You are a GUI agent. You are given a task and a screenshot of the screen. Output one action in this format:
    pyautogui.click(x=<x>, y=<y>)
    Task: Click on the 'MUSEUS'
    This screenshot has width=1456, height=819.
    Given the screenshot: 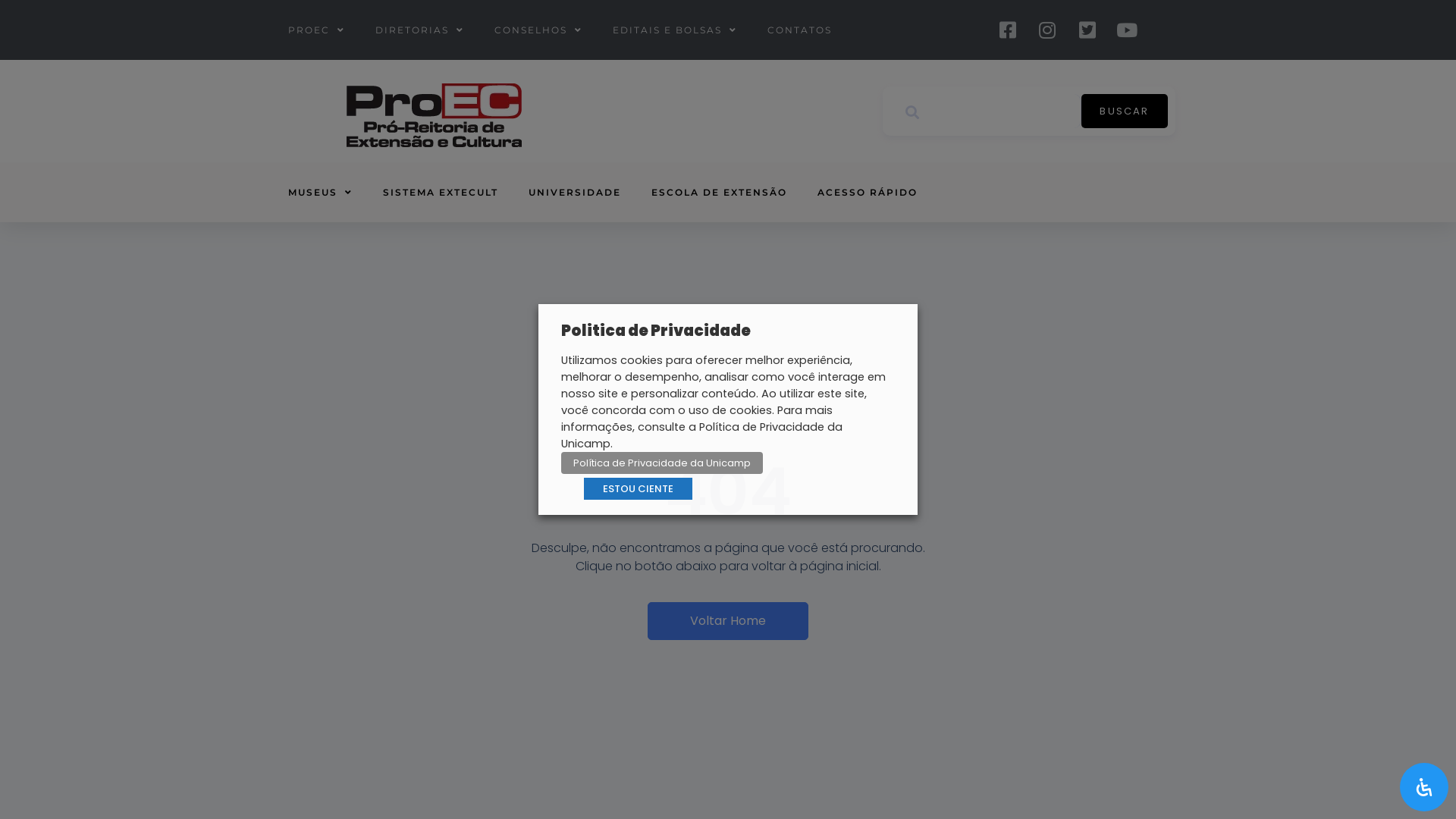 What is the action you would take?
    pyautogui.click(x=273, y=191)
    